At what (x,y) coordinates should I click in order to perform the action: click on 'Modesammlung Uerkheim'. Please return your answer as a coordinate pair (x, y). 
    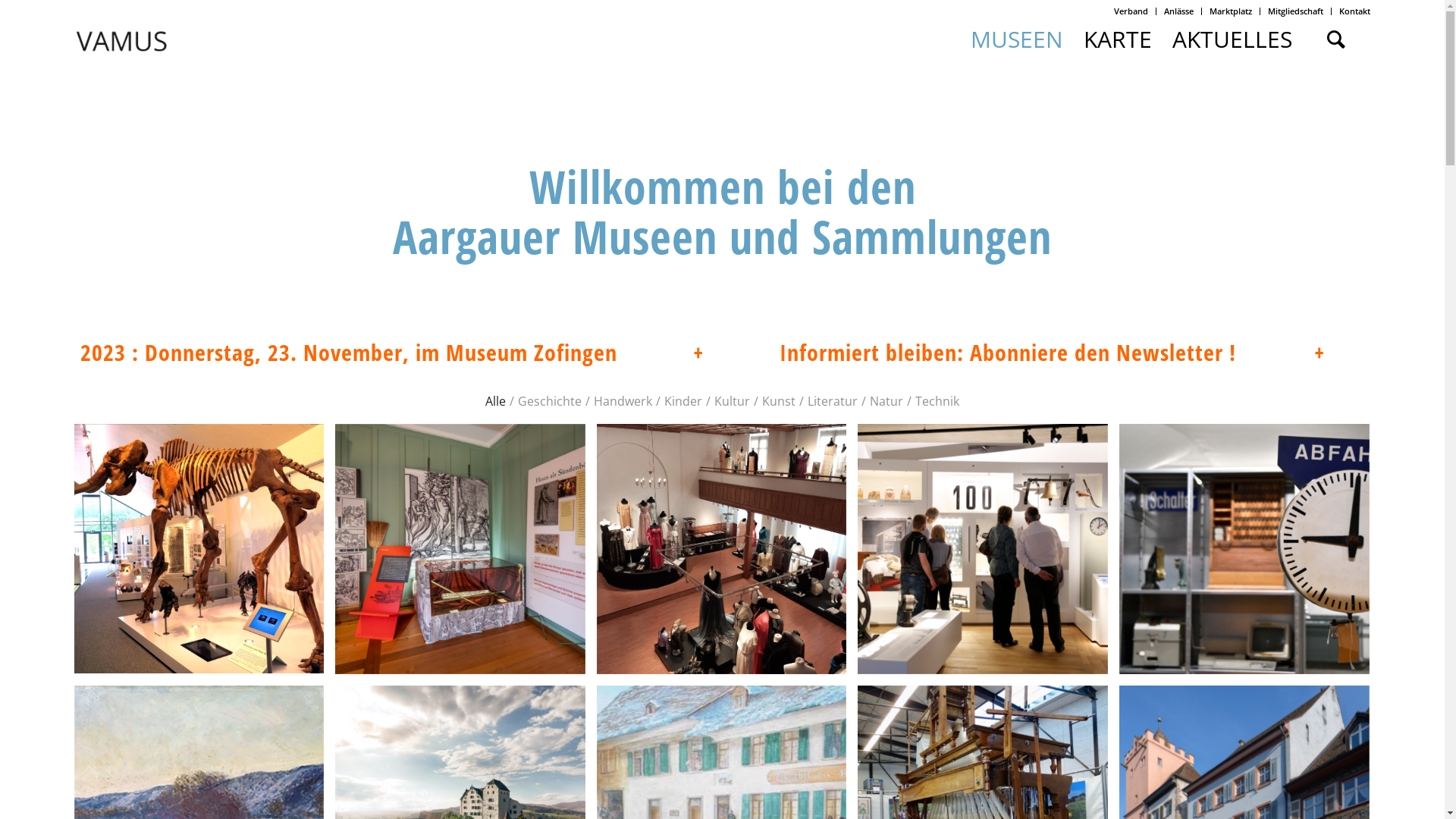
    Looking at the image, I should click on (726, 554).